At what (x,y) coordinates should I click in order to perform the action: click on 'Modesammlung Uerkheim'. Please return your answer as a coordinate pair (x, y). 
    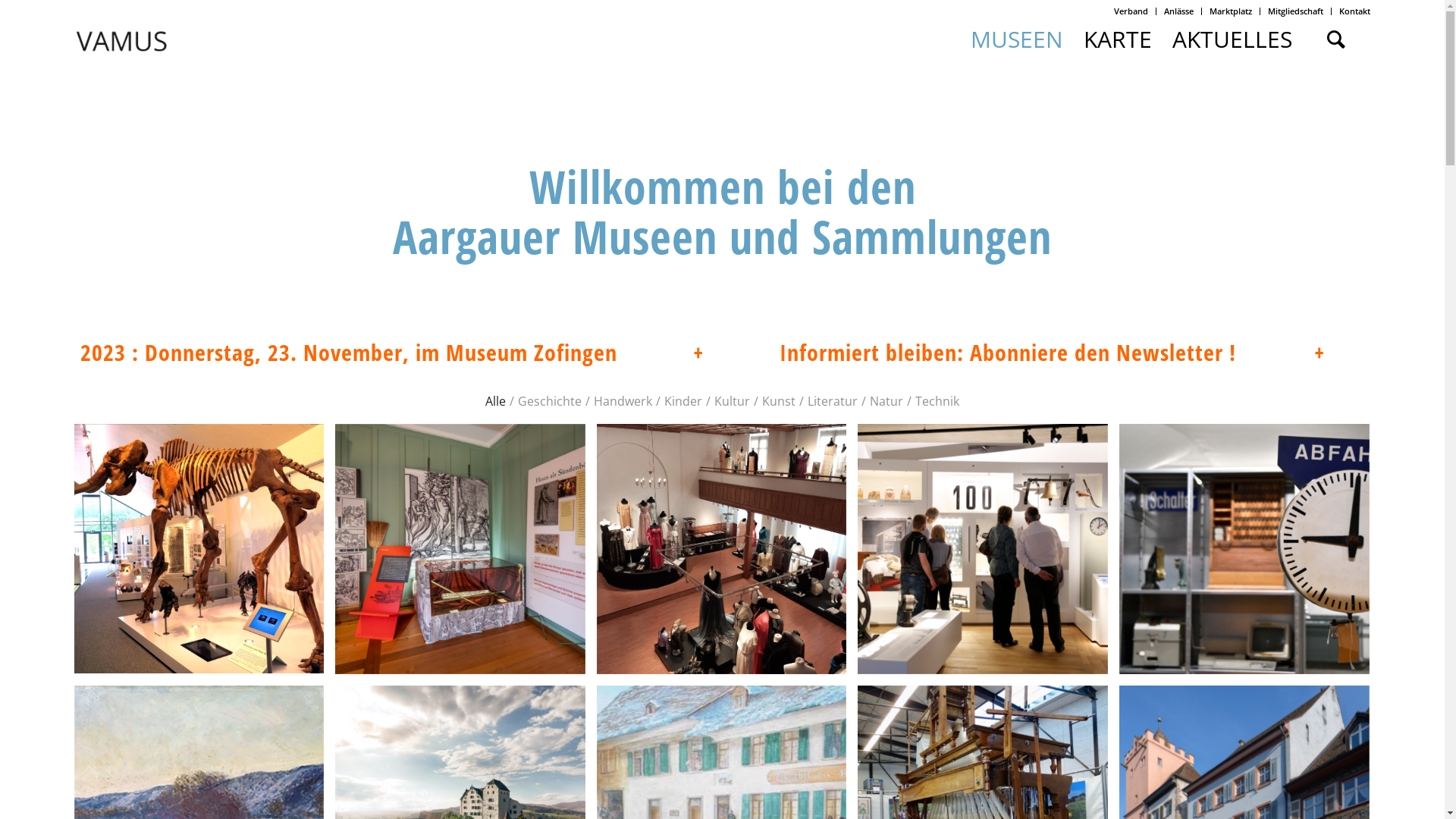
    Looking at the image, I should click on (726, 554).